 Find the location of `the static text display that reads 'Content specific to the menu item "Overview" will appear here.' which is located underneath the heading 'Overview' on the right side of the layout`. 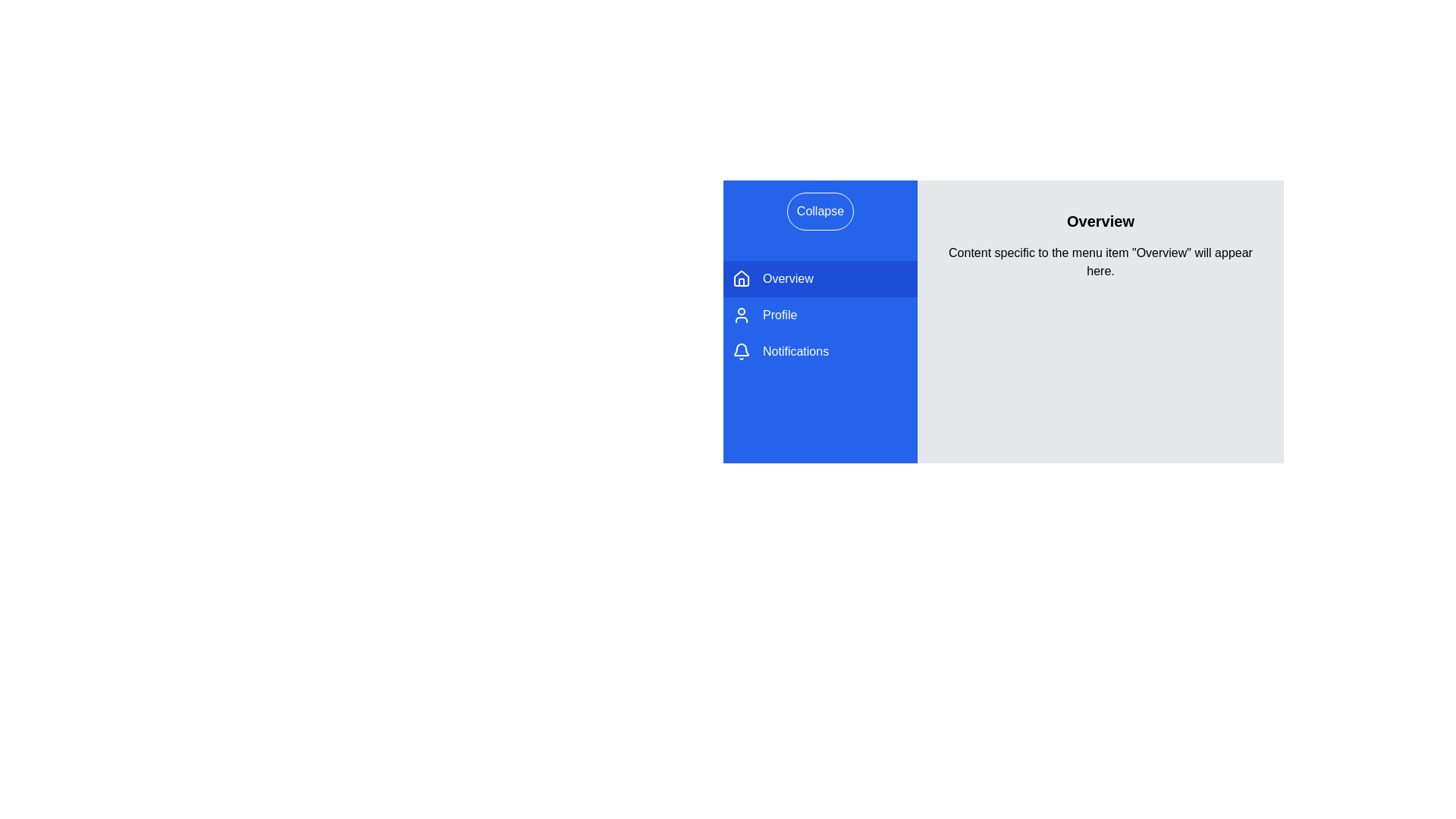

the static text display that reads 'Content specific to the menu item "Overview" will appear here.' which is located underneath the heading 'Overview' on the right side of the layout is located at coordinates (1100, 262).